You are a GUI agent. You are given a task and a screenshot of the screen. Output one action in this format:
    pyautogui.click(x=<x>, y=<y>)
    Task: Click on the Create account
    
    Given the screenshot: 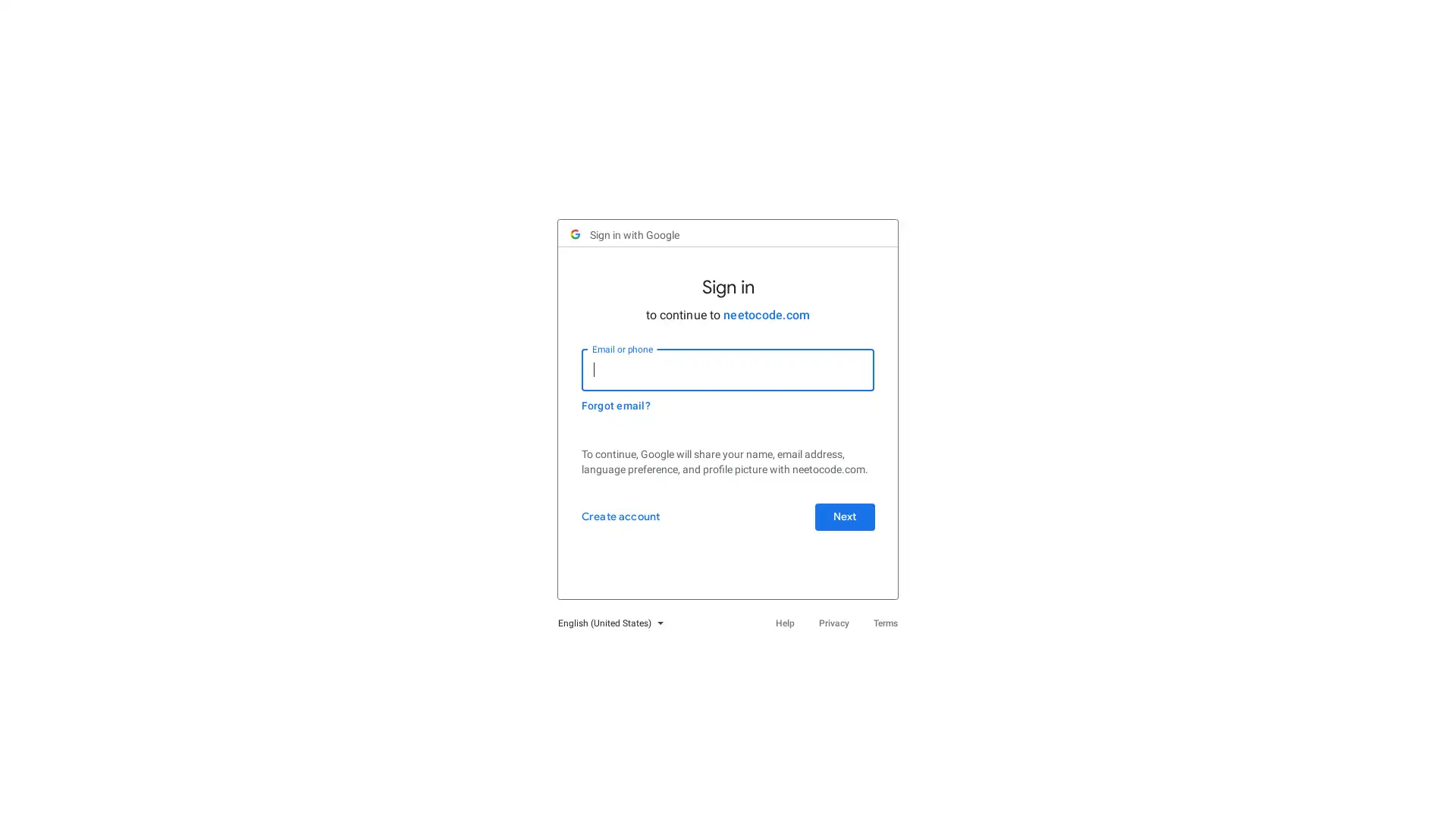 What is the action you would take?
    pyautogui.click(x=627, y=540)
    